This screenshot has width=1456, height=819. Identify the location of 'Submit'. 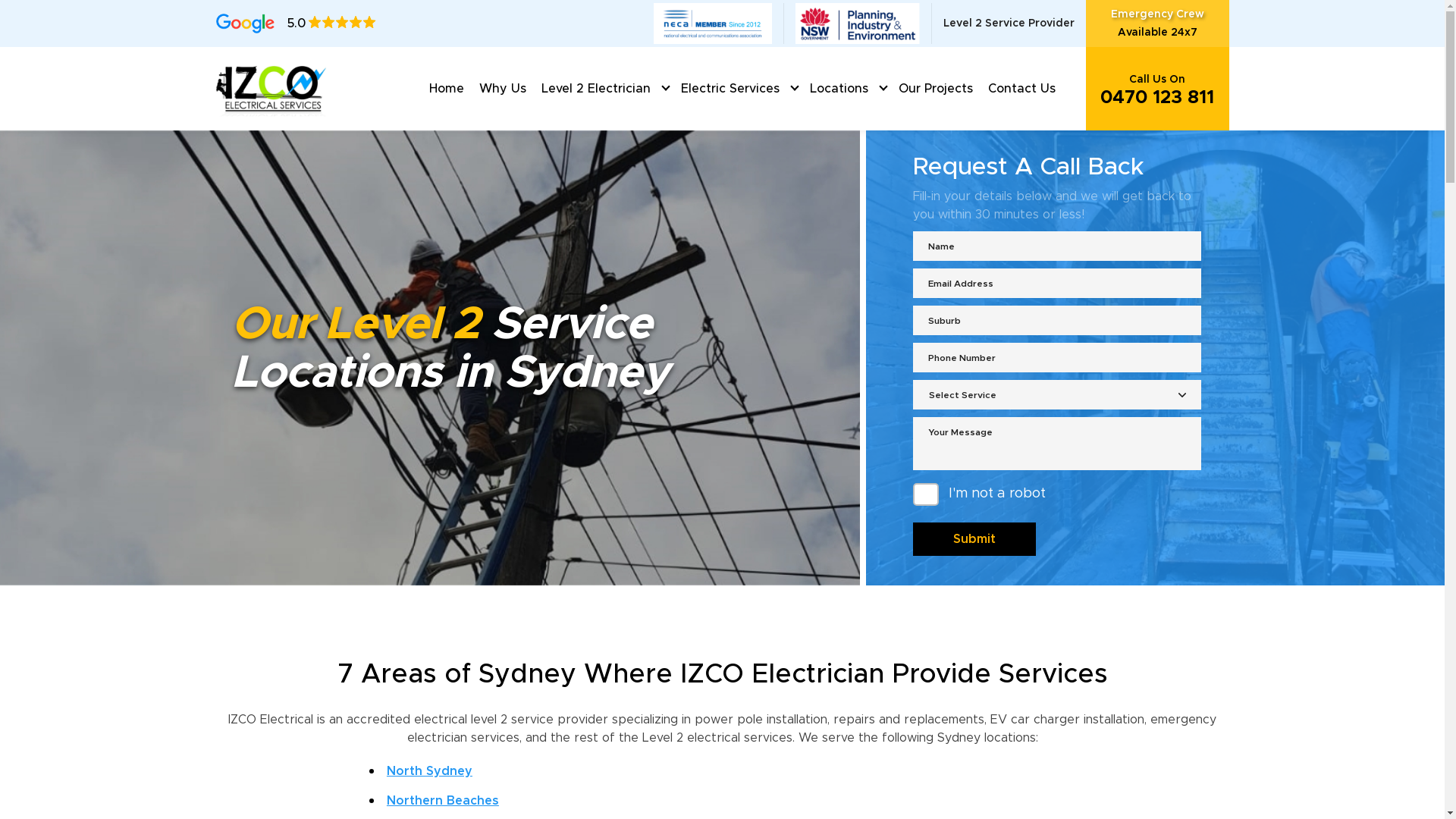
(912, 538).